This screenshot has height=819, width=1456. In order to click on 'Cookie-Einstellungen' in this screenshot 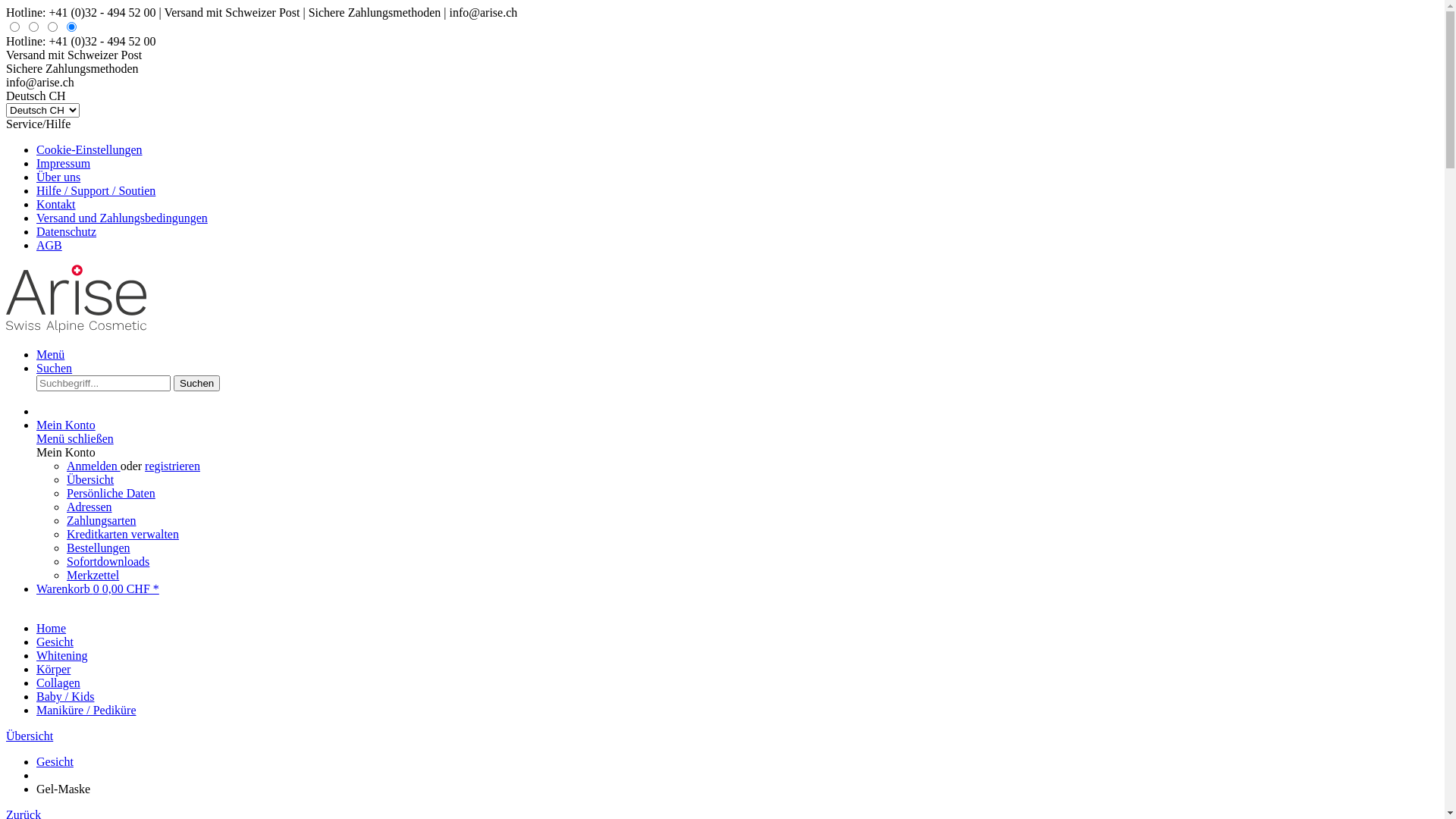, I will do `click(89, 149)`.